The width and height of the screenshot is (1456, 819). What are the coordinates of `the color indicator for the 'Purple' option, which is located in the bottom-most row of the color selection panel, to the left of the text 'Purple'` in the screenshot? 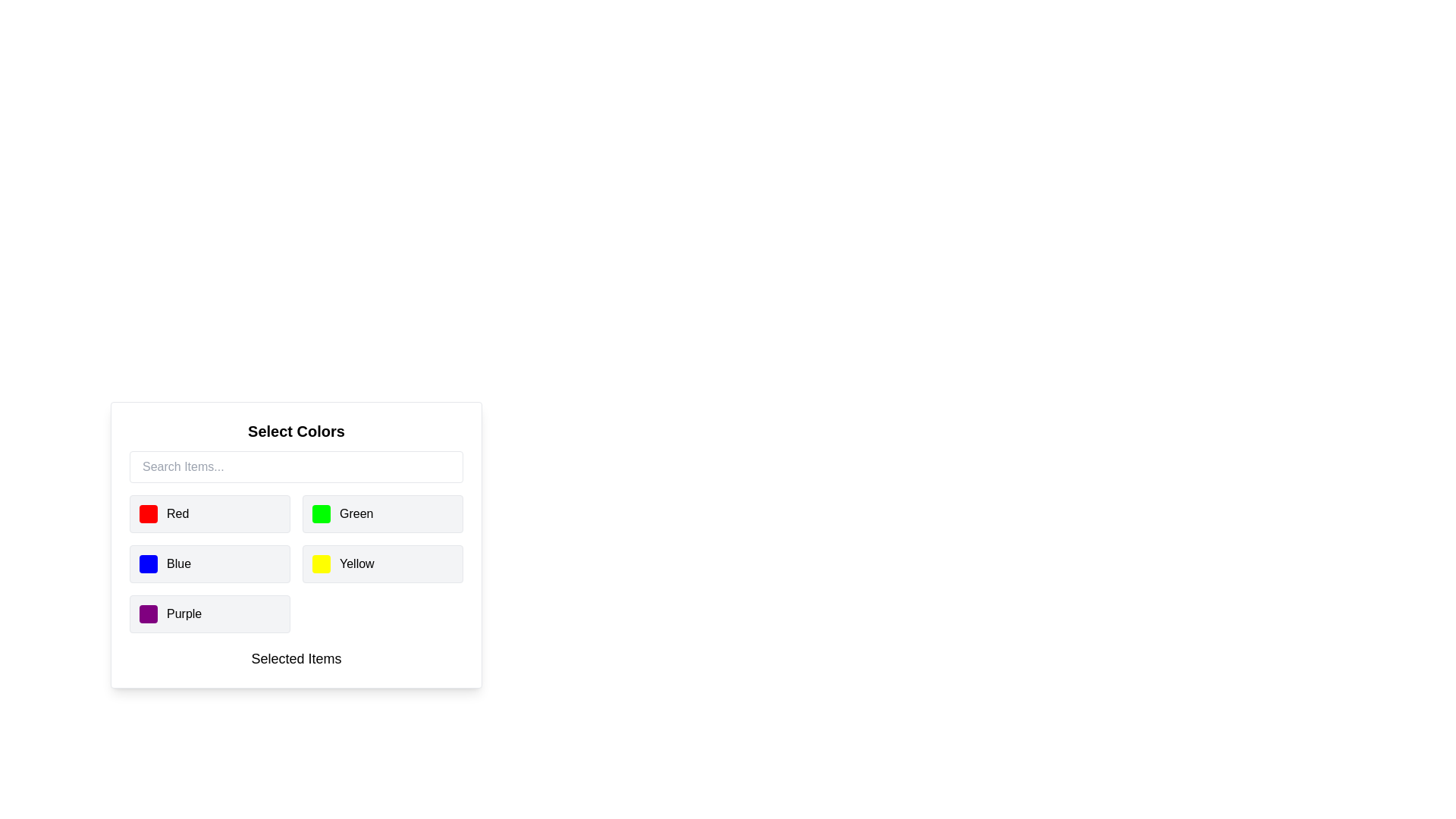 It's located at (149, 614).